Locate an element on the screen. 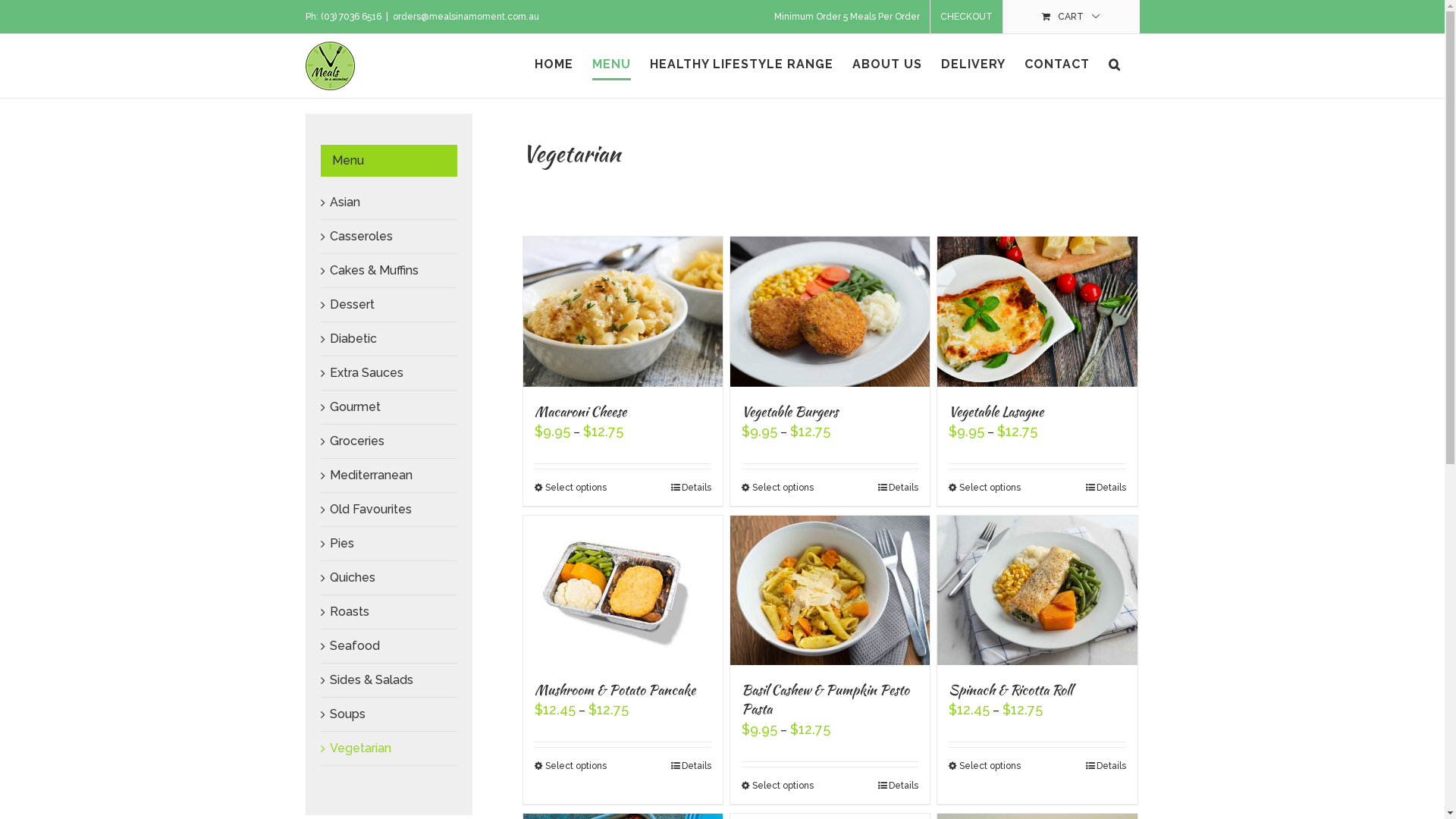 Image resolution: width=1456 pixels, height=819 pixels. 'HOME' is located at coordinates (552, 63).